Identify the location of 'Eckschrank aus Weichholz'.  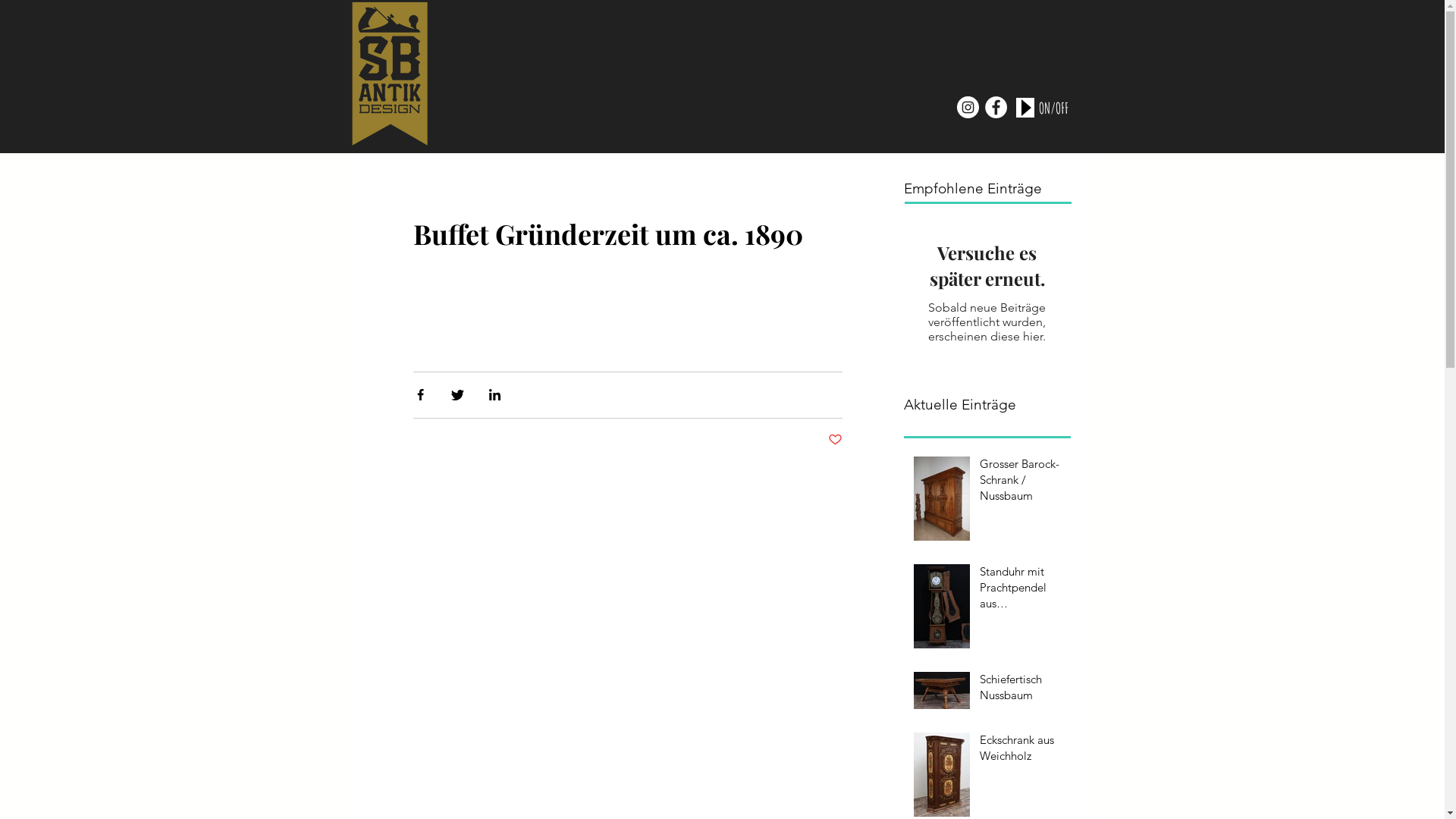
(1020, 751).